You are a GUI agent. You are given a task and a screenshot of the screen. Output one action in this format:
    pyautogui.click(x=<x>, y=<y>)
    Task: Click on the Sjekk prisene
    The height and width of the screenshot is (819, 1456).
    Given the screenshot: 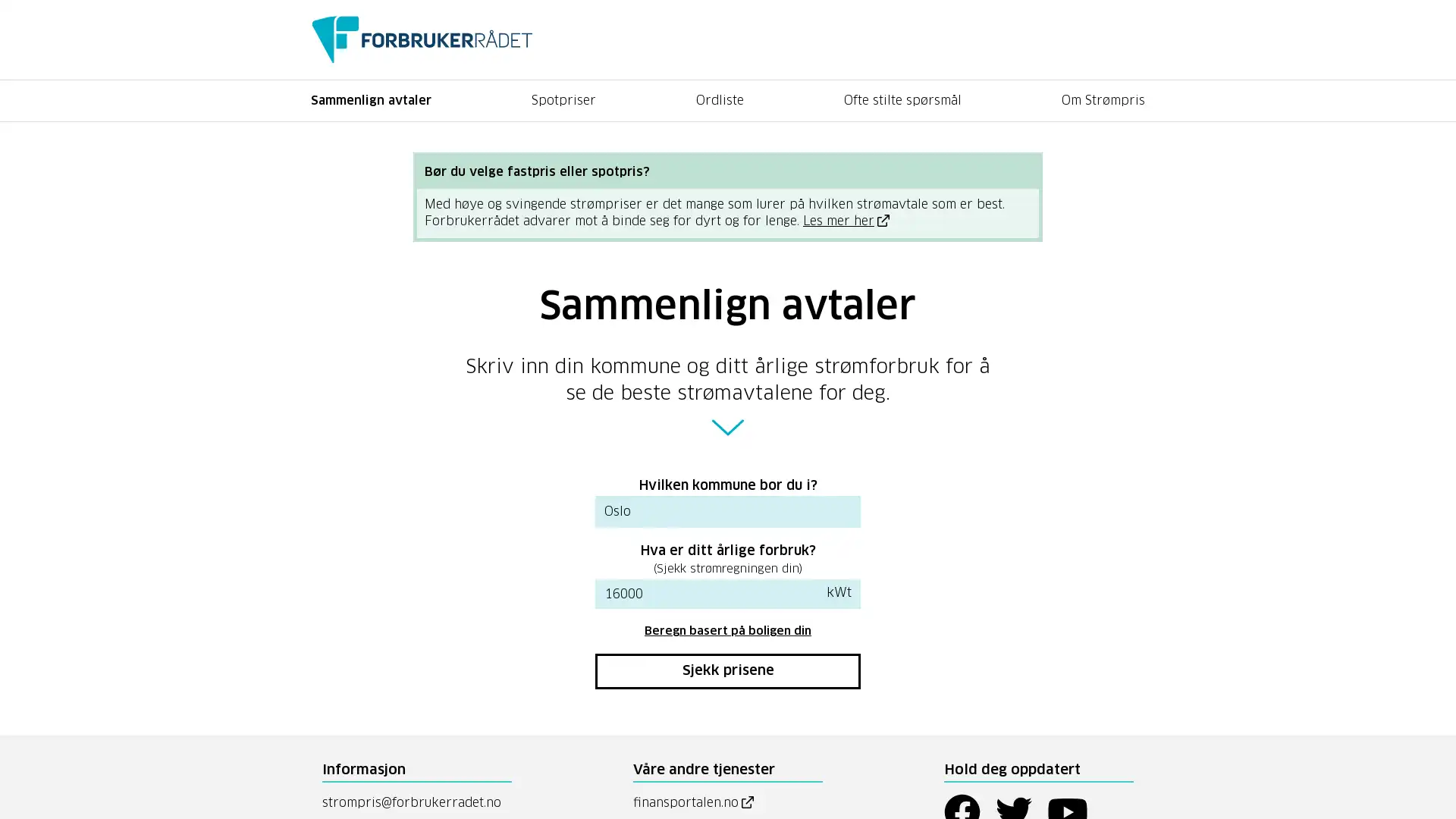 What is the action you would take?
    pyautogui.click(x=728, y=670)
    